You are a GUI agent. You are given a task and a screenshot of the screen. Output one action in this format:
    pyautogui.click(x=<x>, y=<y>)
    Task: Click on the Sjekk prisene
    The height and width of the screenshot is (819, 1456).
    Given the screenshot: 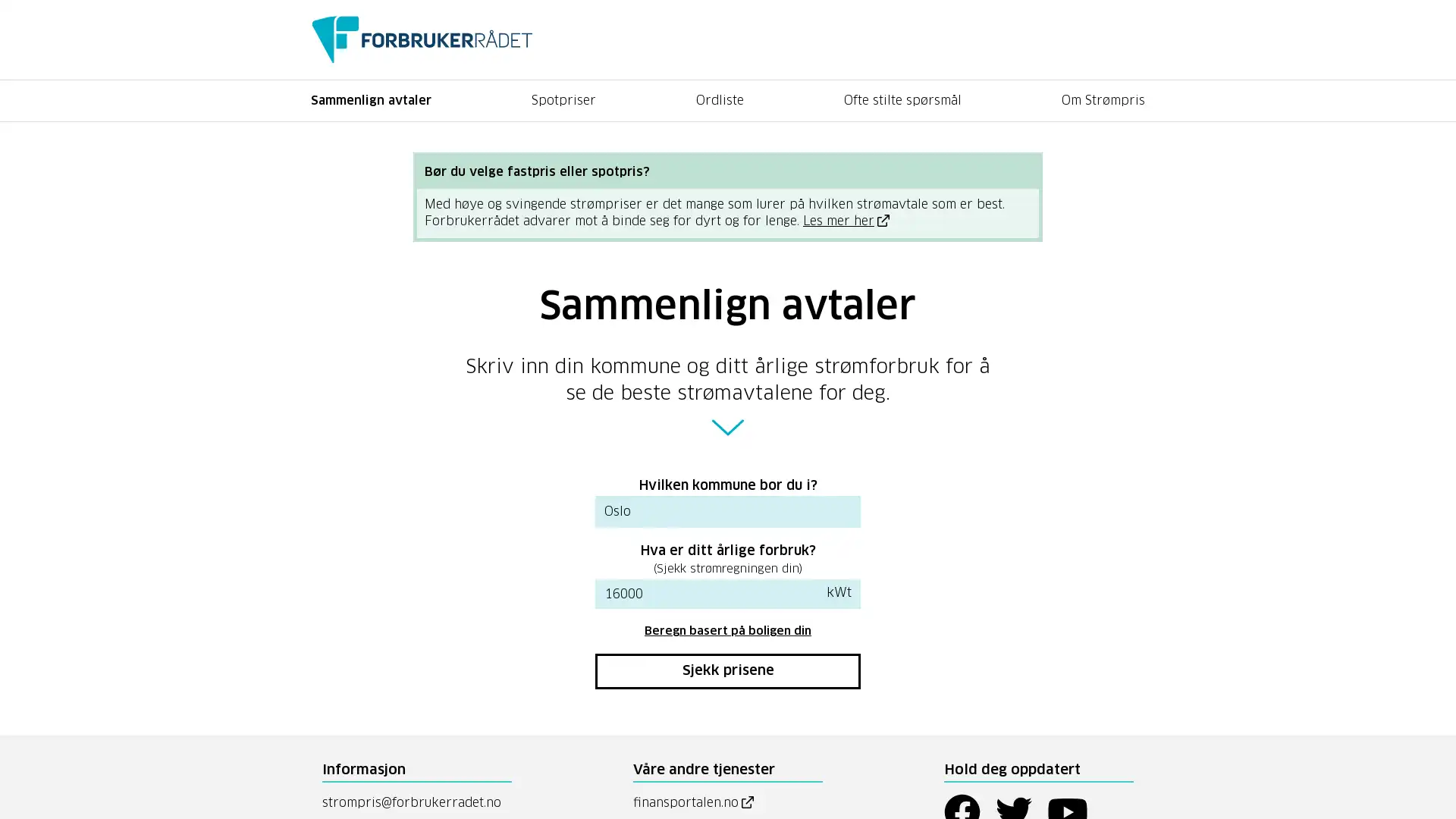 What is the action you would take?
    pyautogui.click(x=728, y=670)
    